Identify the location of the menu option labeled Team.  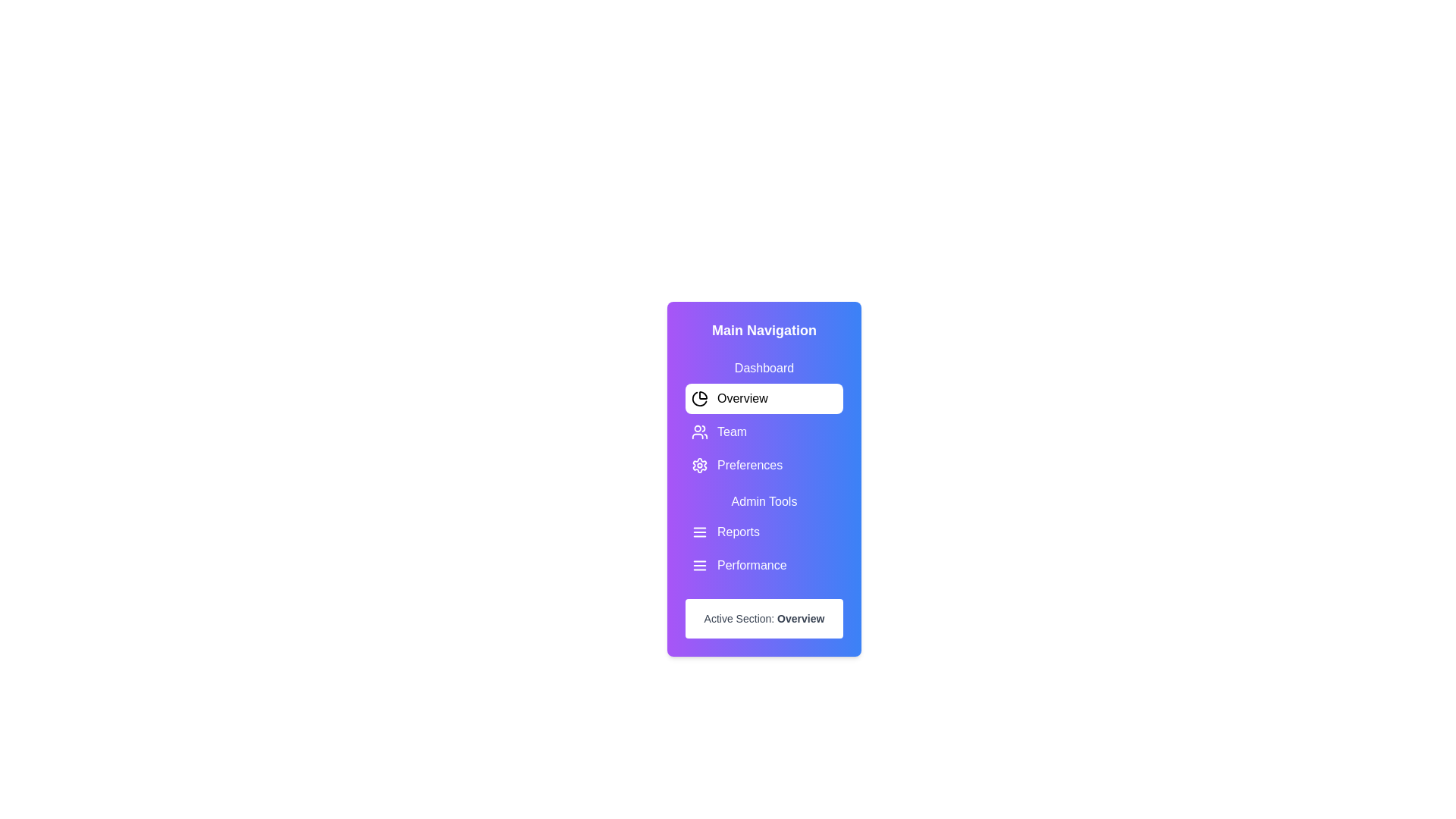
(764, 432).